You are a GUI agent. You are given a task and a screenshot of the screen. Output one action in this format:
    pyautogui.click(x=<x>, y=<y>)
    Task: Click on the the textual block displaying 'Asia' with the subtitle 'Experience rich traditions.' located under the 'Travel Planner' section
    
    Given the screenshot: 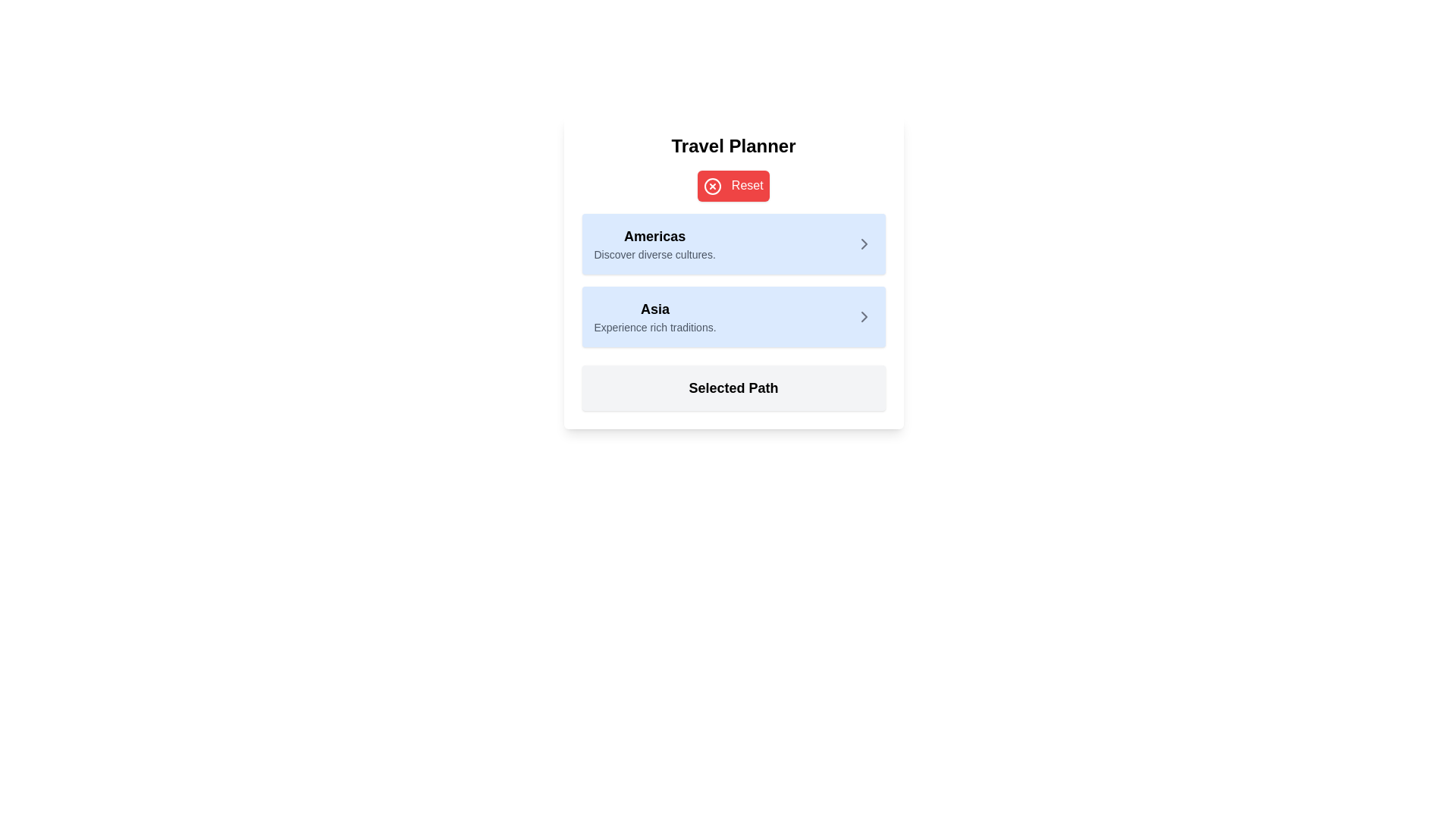 What is the action you would take?
    pyautogui.click(x=655, y=315)
    